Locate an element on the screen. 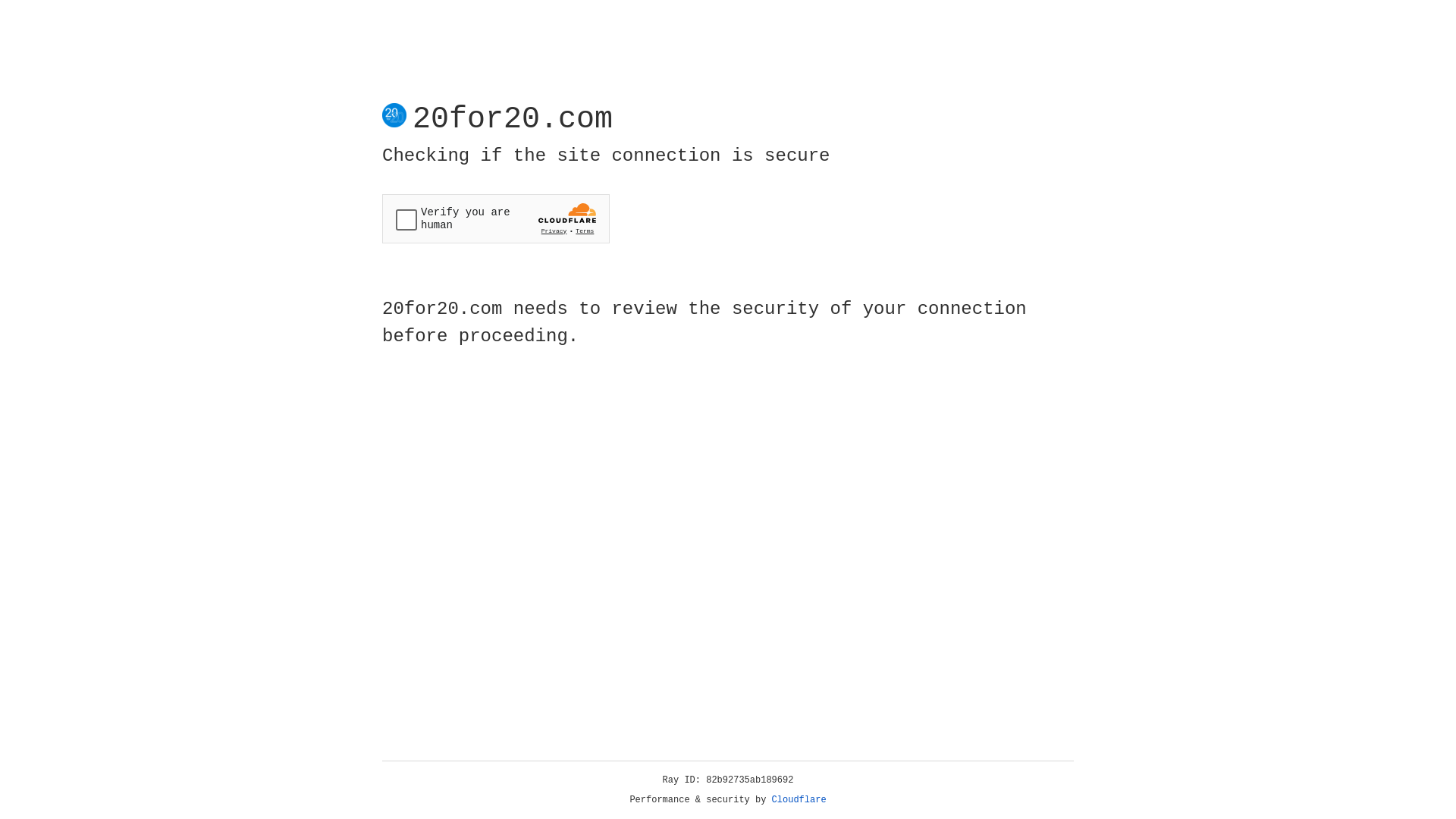 Image resolution: width=1456 pixels, height=819 pixels. 'Cloudflare' is located at coordinates (799, 799).